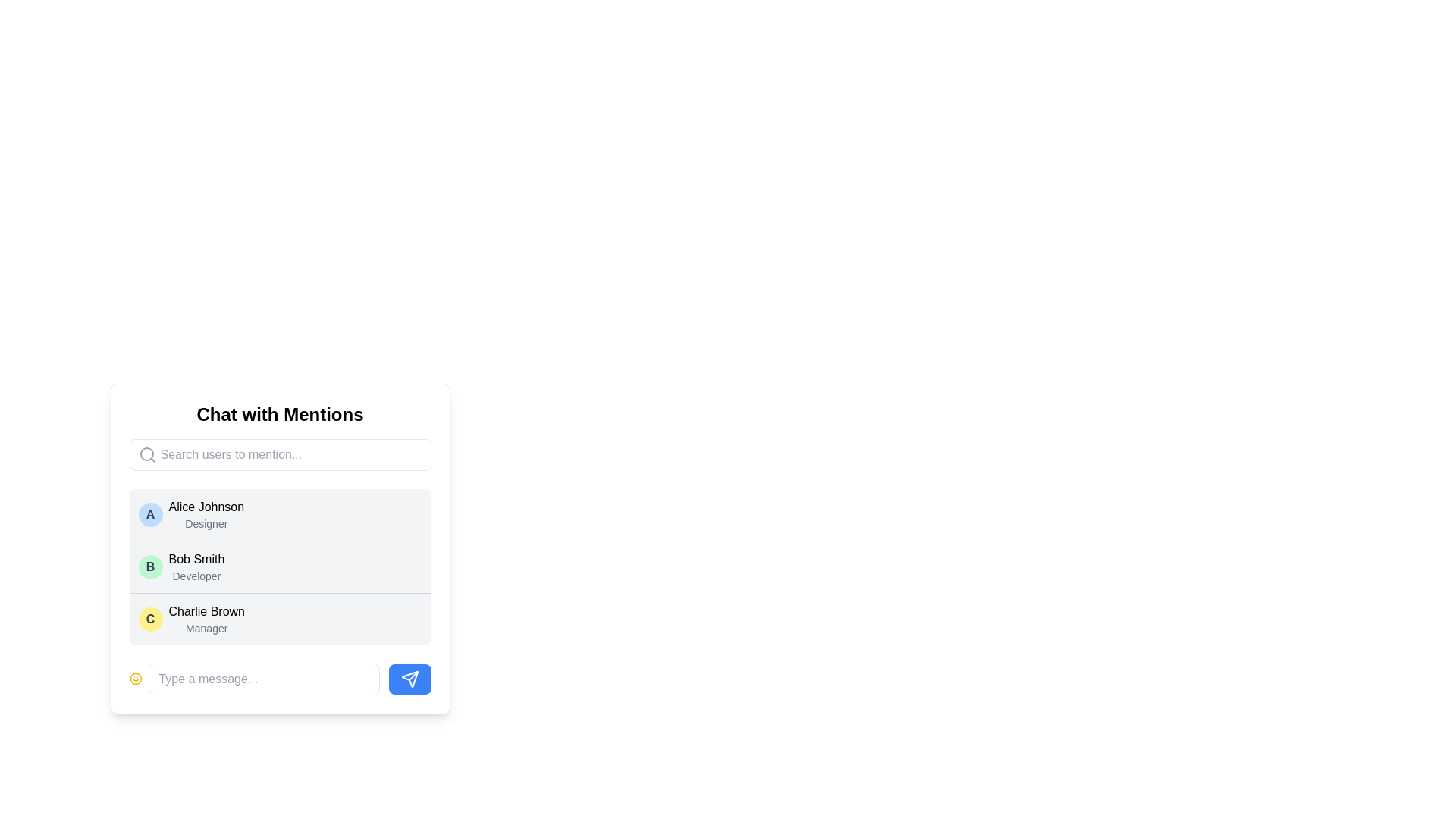 The height and width of the screenshot is (819, 1456). What do you see at coordinates (196, 576) in the screenshot?
I see `the text display that provides additional information about the user 'Bob Smith', which is positioned directly below the name in the second entry of a vertically stacked list of user items` at bounding box center [196, 576].